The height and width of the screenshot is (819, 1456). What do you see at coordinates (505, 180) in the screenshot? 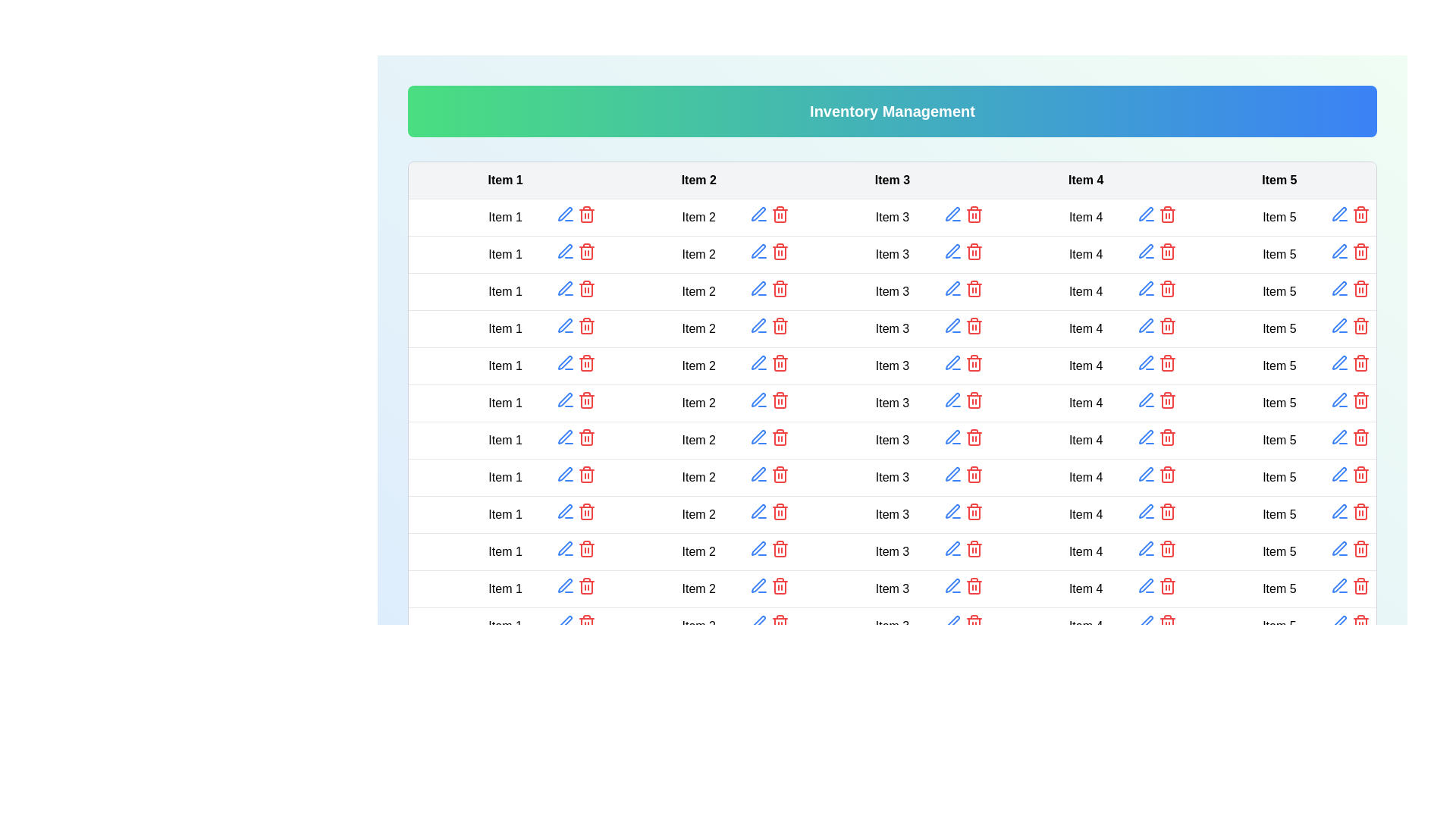
I see `the table header to sort the column by Item 1` at bounding box center [505, 180].